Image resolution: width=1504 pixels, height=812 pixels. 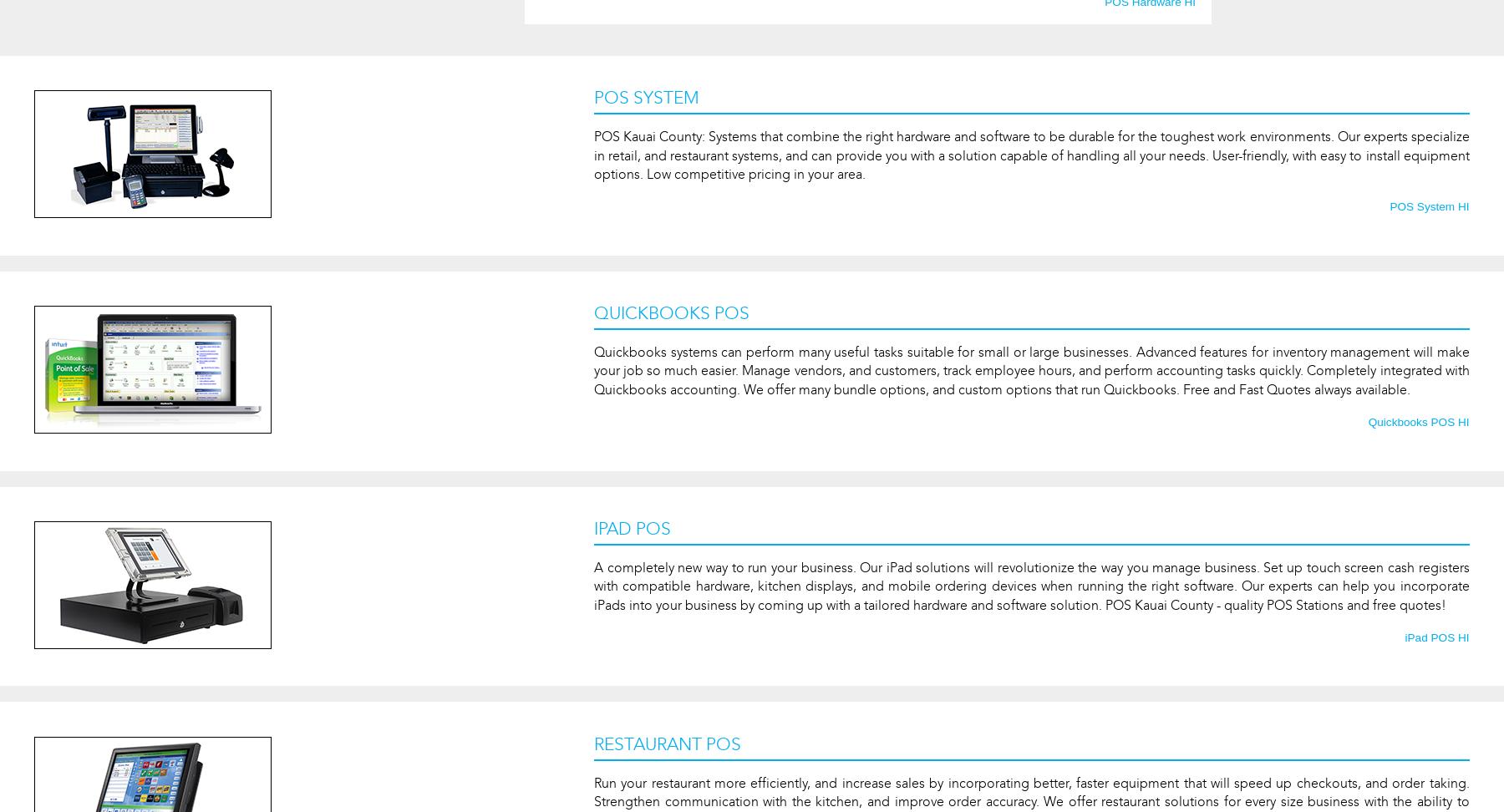 What do you see at coordinates (1030, 154) in the screenshot?
I see `'POS Kauai County:  Systems that combine the right hardware and software to be durable for the toughest work environments. Our experts specialize in retail, and restaurant systems, and can provide you with a solution capable of handling all your needs. User-friendly, with easy to install equipment options. Low competitive pricing in your area.'` at bounding box center [1030, 154].